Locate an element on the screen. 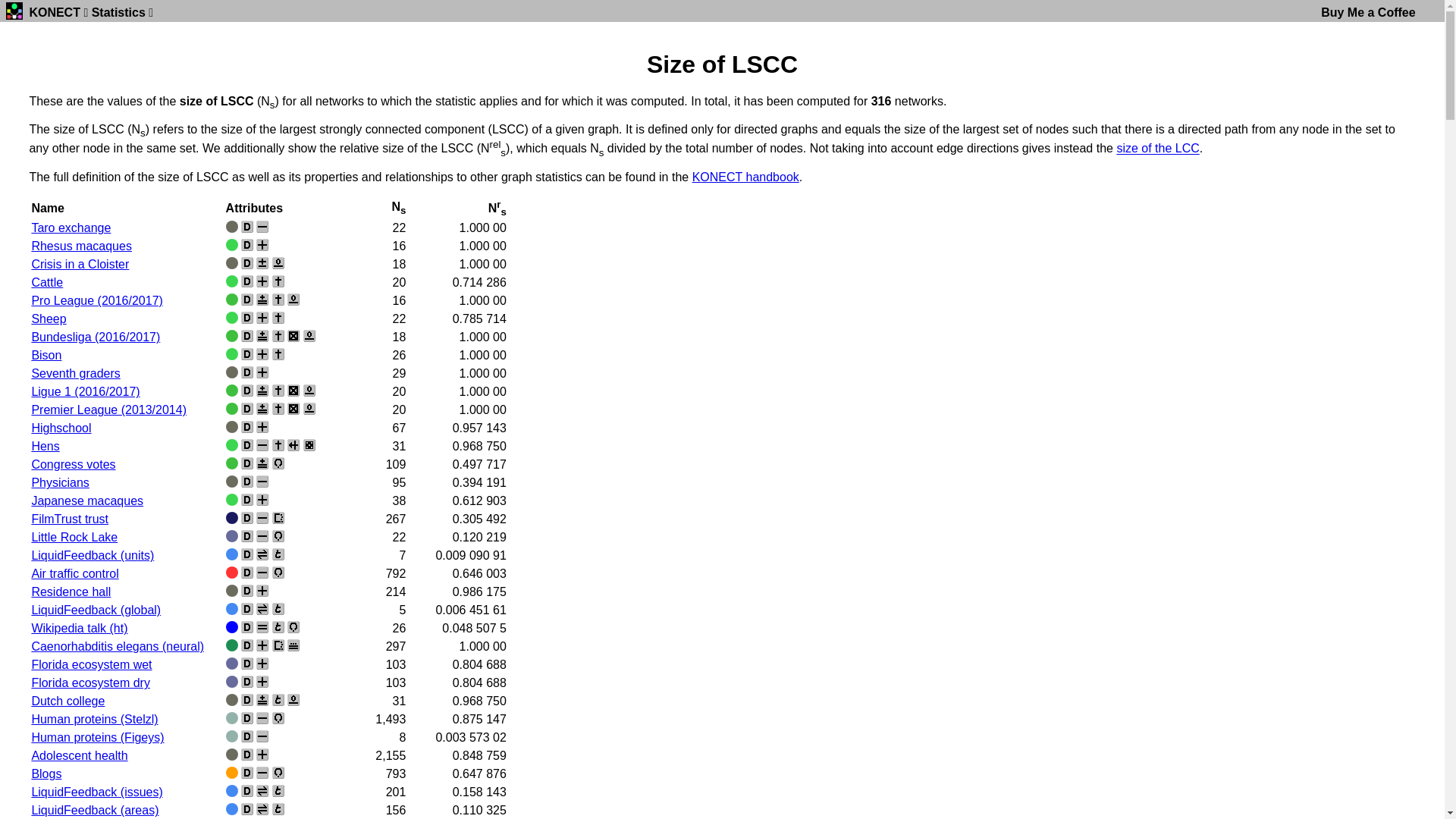 This screenshot has width=1456, height=819. 'Positive weights, no multiple edges' is located at coordinates (262, 244).